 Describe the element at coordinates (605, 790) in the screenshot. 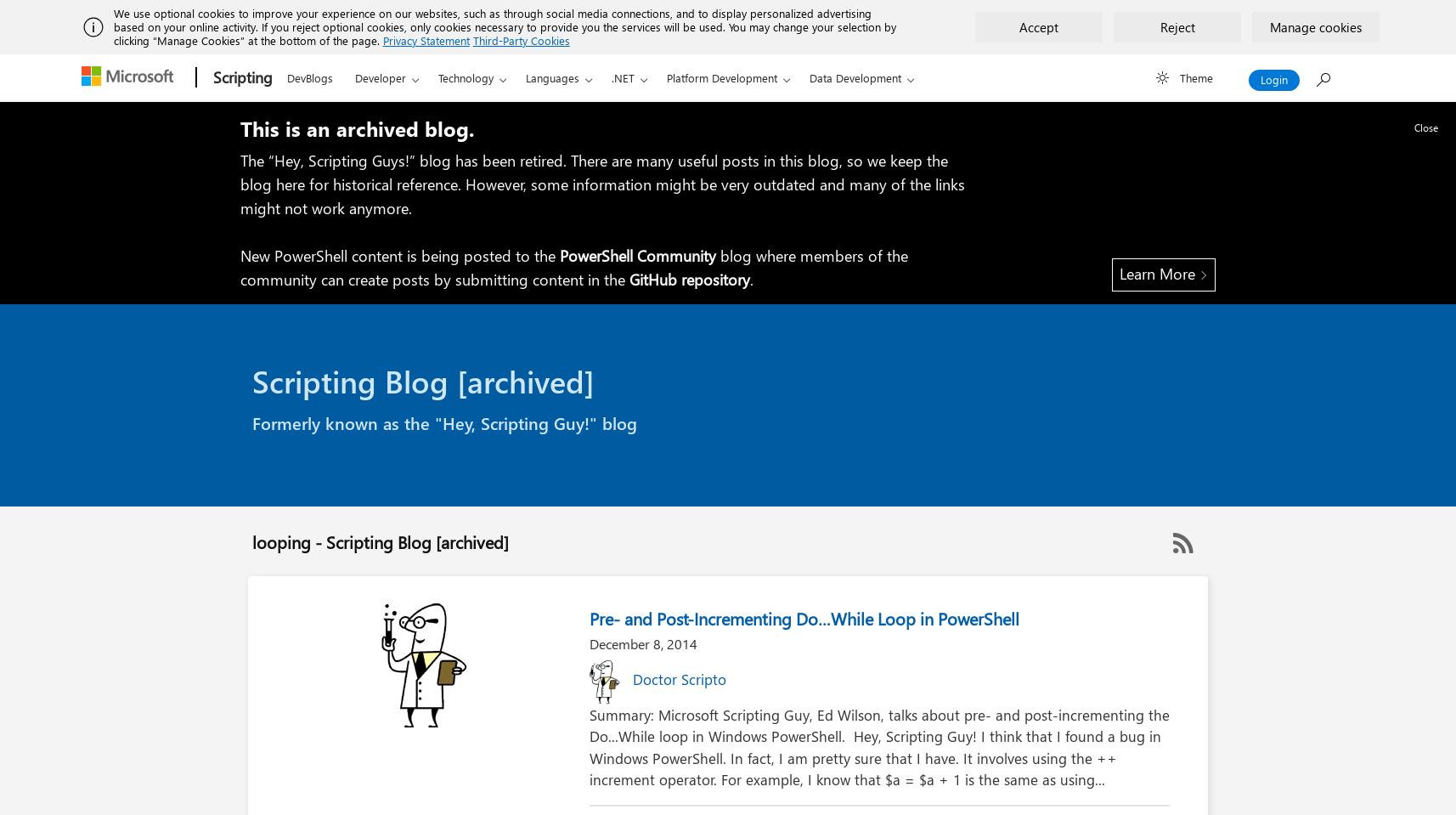

I see `'Comments are closed.'` at that location.